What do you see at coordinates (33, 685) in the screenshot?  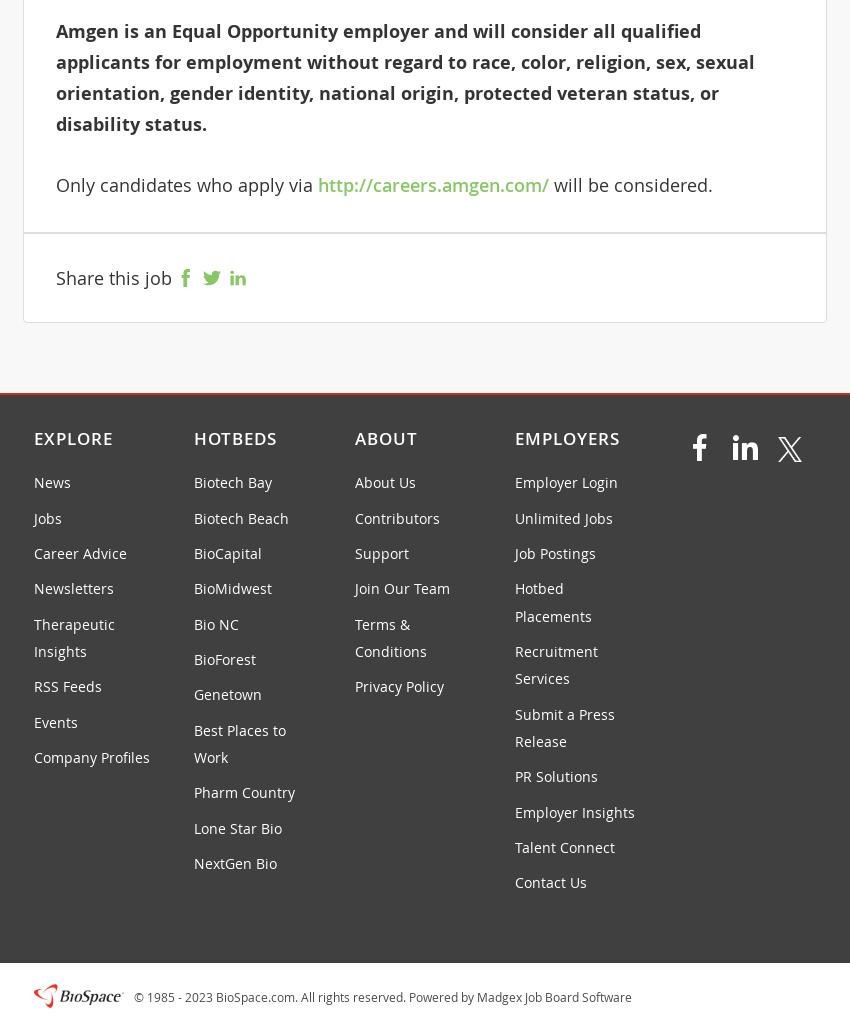 I see `'RSS Feeds'` at bounding box center [33, 685].